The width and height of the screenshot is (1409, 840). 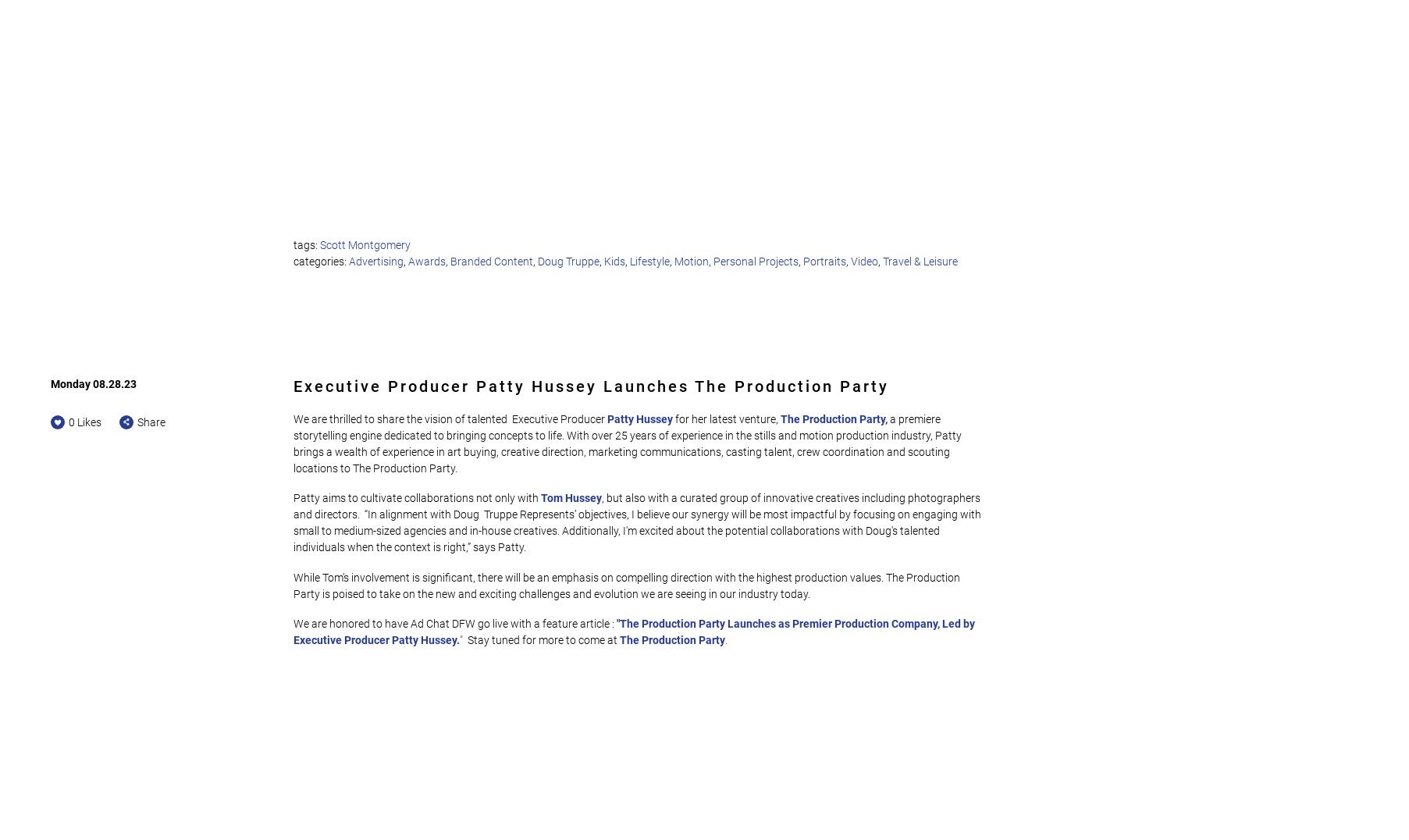 I want to click on 'categories:', so click(x=321, y=260).